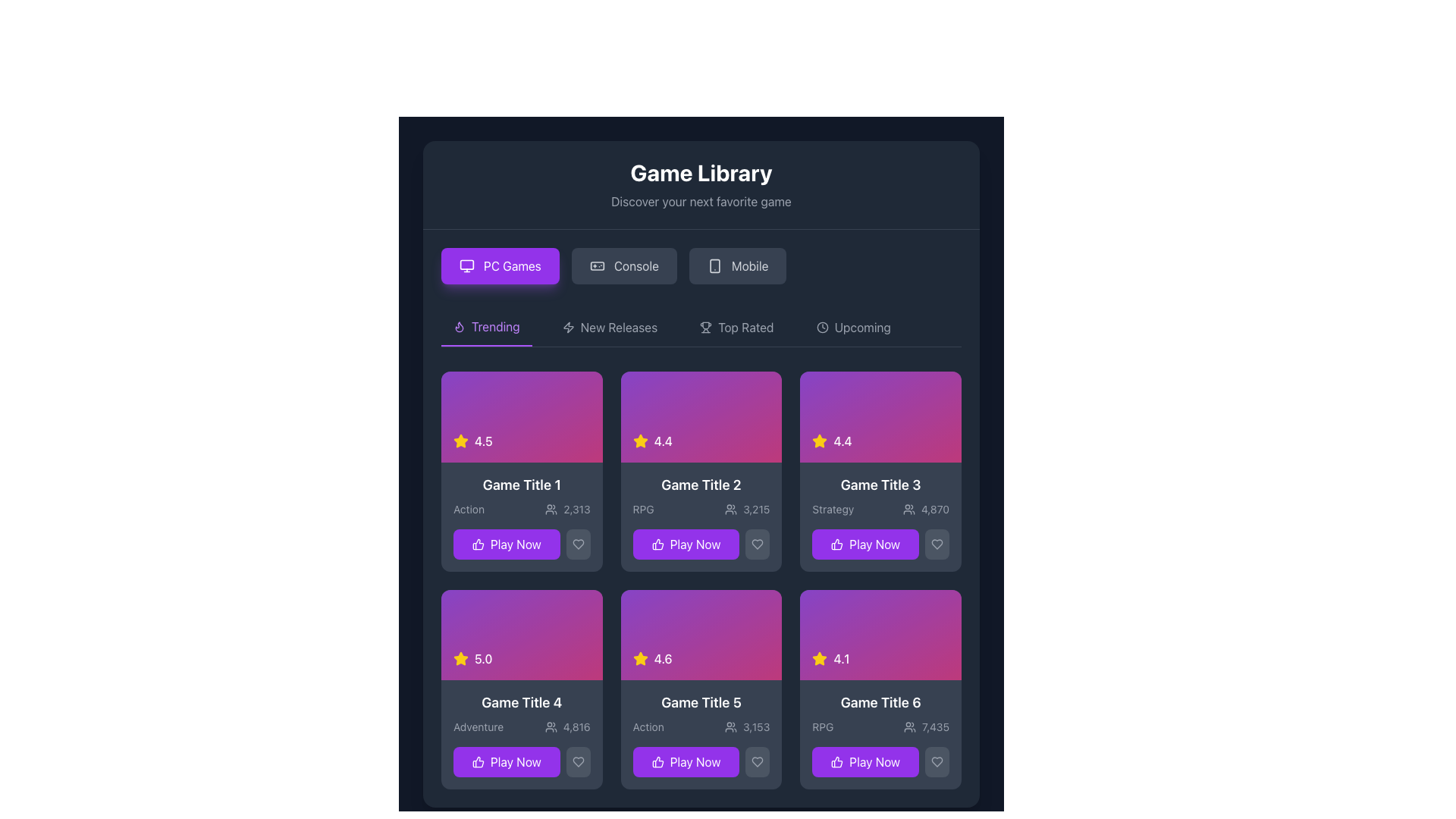 The width and height of the screenshot is (1456, 819). Describe the element at coordinates (909, 509) in the screenshot. I see `the vectorized icon resembling a group of people, which is positioned to the left of the number '4,870' under the 'Game Title 3' card in the user statistic component` at that location.